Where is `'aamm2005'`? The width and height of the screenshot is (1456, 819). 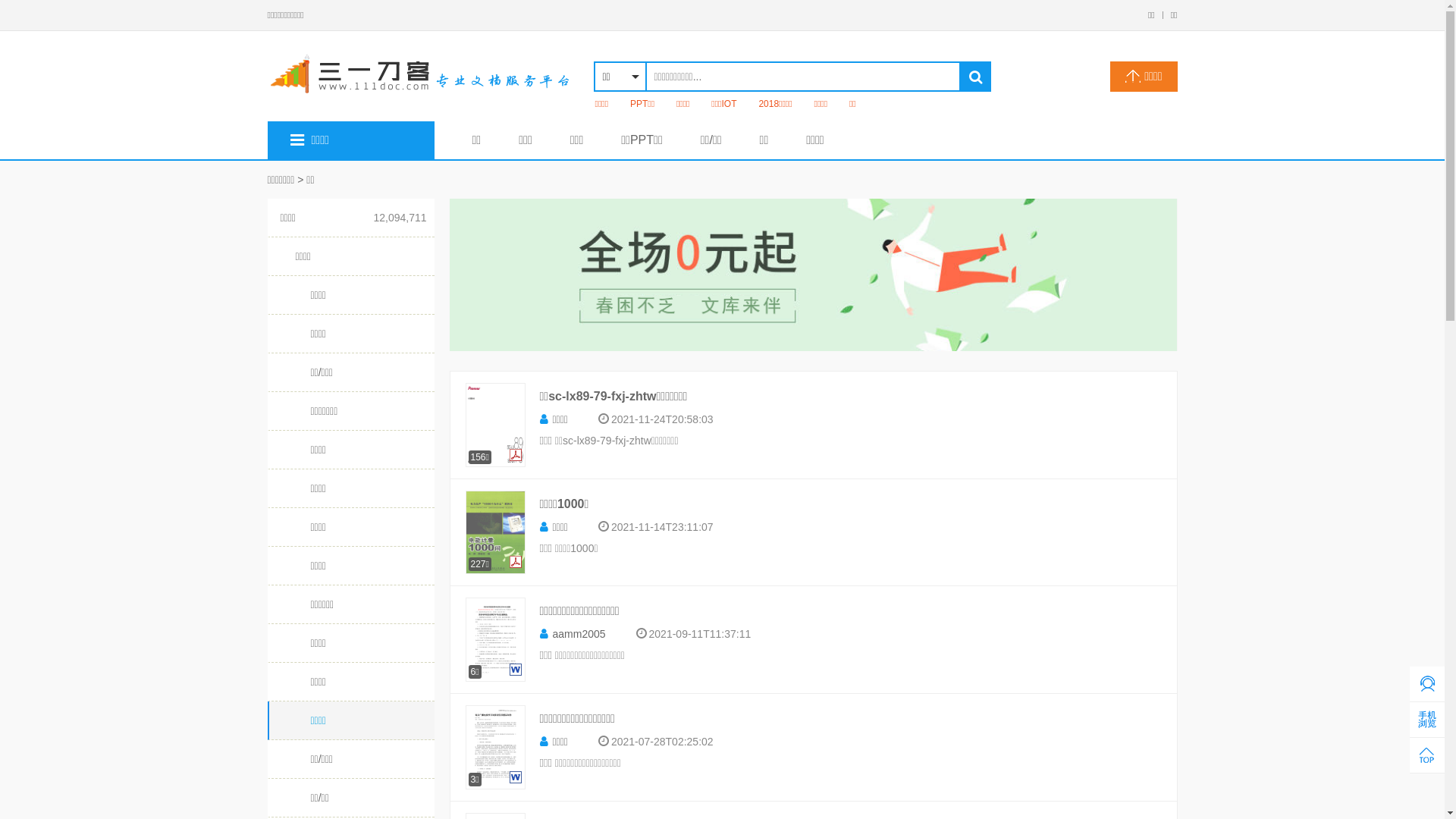
'aamm2005' is located at coordinates (572, 634).